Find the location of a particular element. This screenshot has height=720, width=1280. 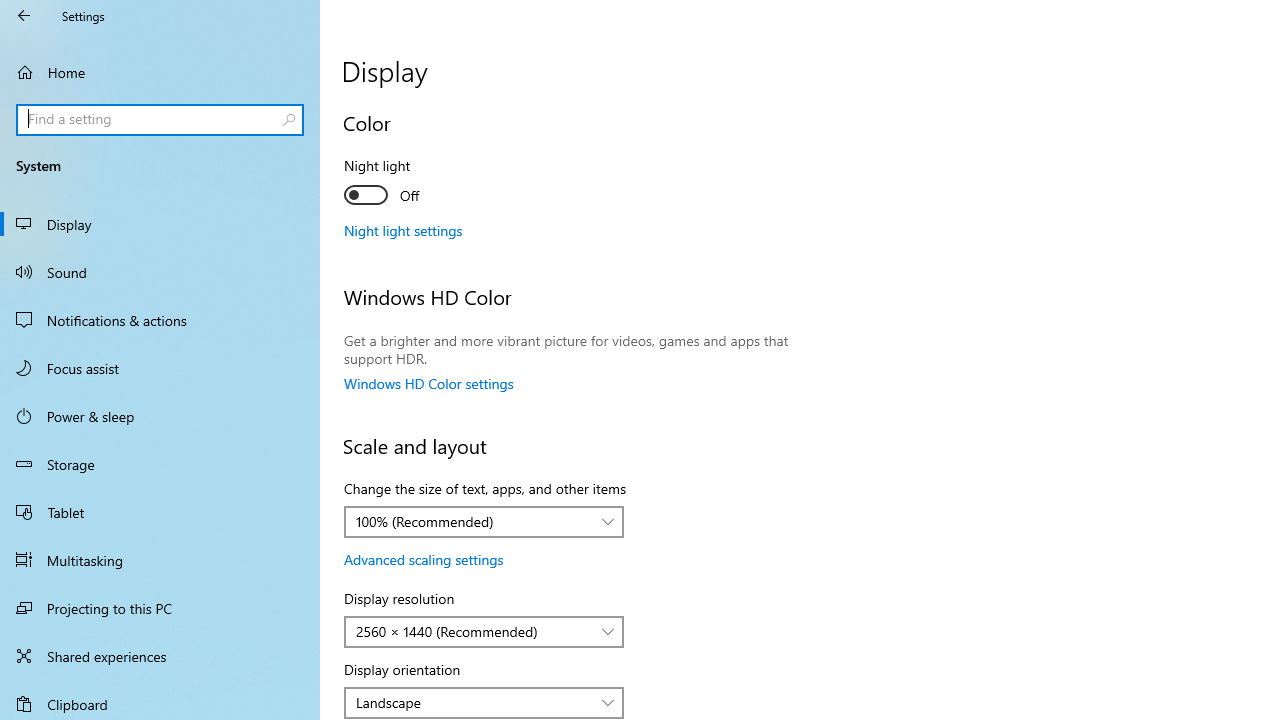

'Projecting to this PC' is located at coordinates (160, 607).